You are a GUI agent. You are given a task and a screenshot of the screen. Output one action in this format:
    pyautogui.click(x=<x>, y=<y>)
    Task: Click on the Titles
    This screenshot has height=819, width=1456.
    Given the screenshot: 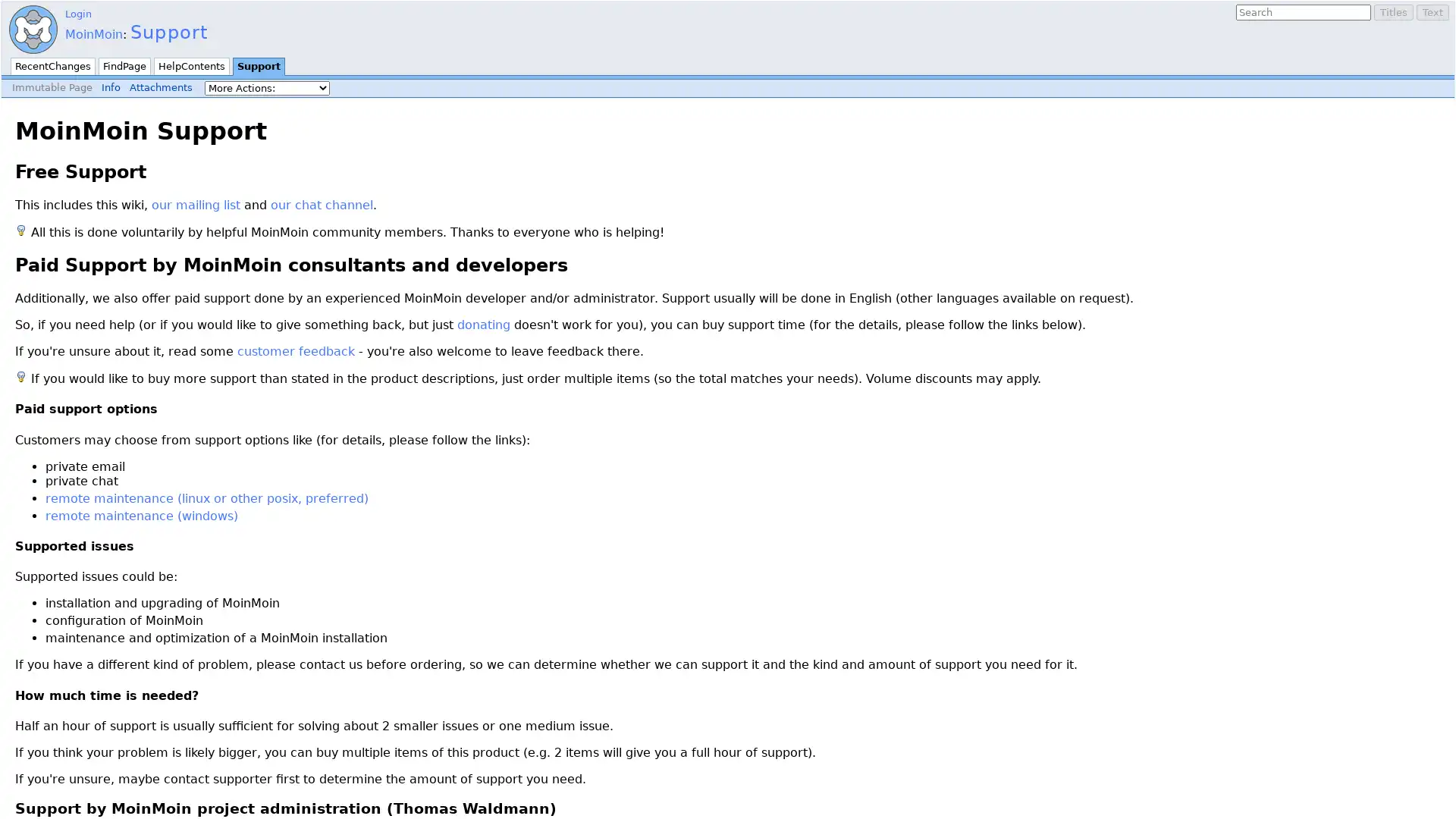 What is the action you would take?
    pyautogui.click(x=1394, y=12)
    